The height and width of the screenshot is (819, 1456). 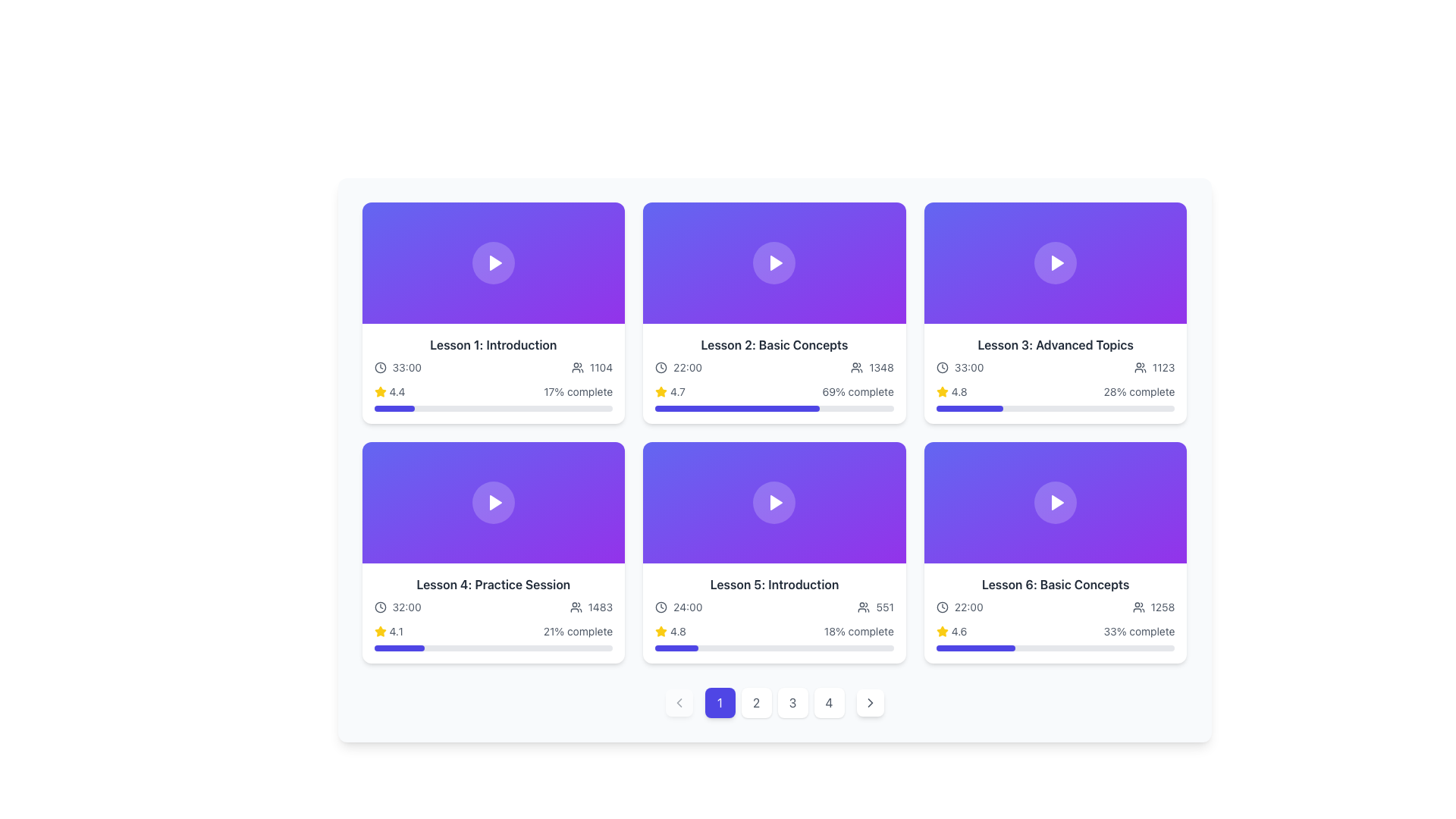 What do you see at coordinates (1055, 374) in the screenshot?
I see `the card titled 'Lesson 3: Advanced Topics' located in the top-right section of a 2x3 grid layout` at bounding box center [1055, 374].